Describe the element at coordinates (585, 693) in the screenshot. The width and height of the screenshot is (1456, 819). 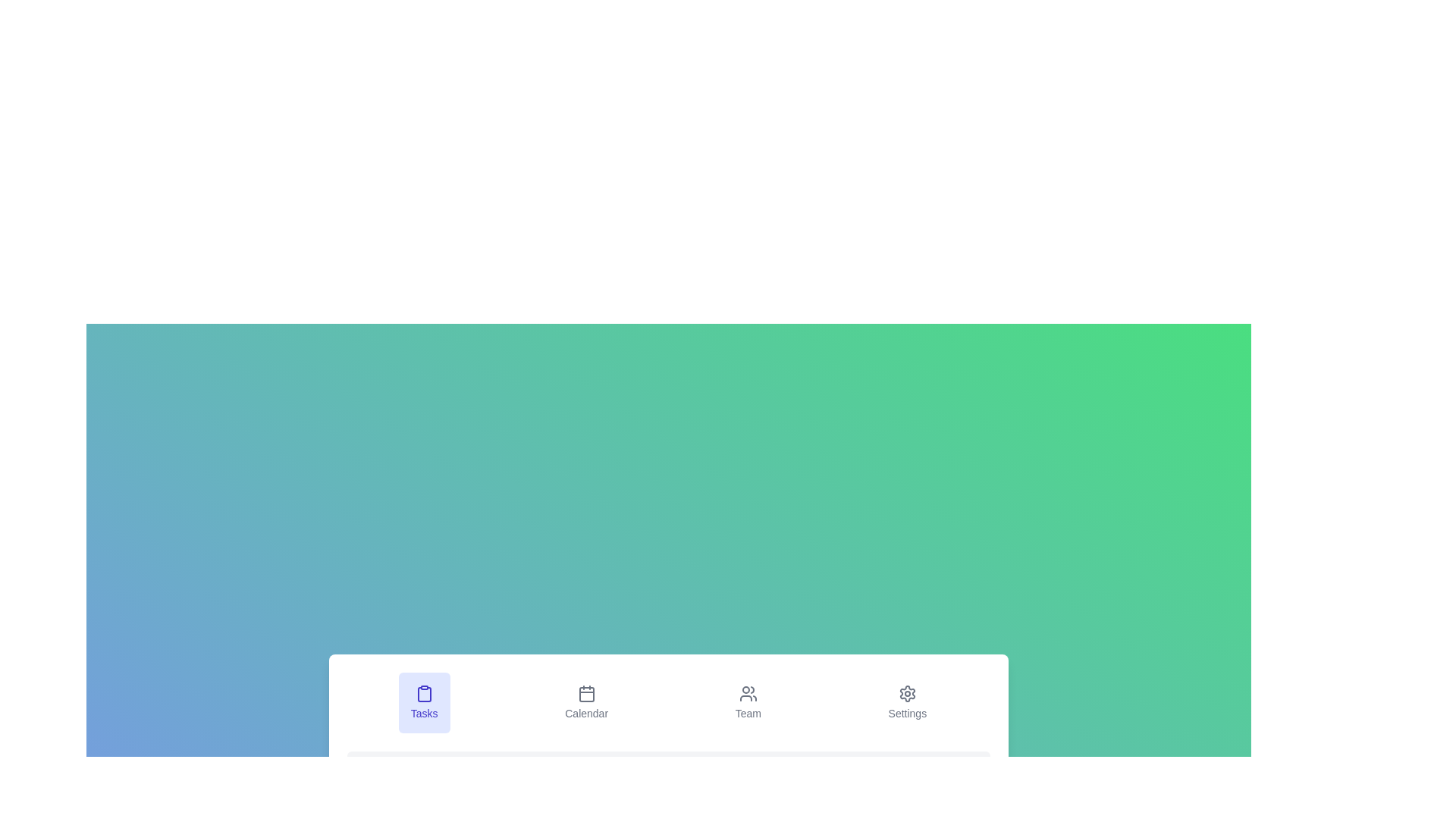
I see `the calendar-shaped icon in the navigational menu at the bottom of the interface, which is the second item labeled 'Calendar'` at that location.